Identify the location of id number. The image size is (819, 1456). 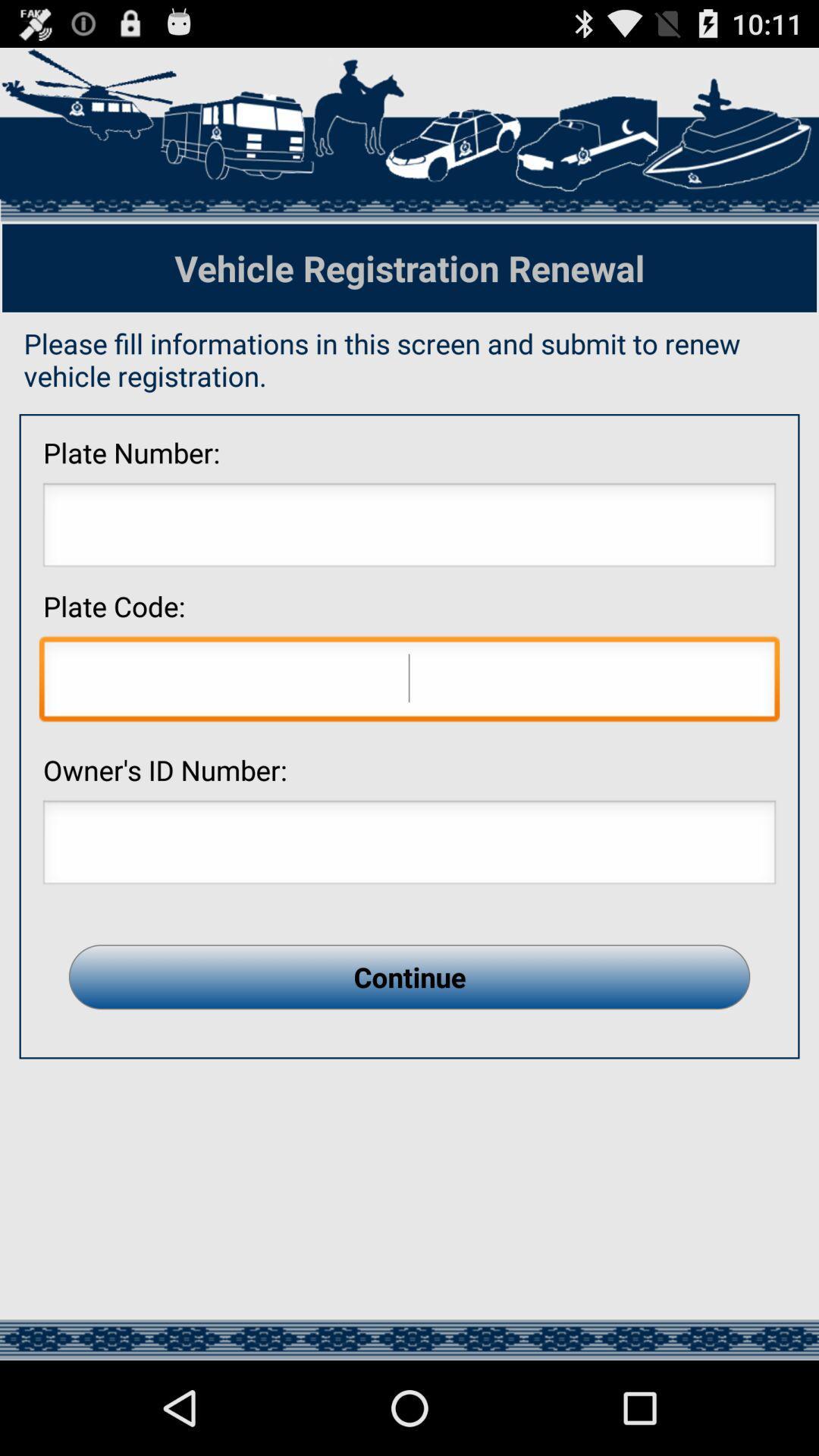
(409, 846).